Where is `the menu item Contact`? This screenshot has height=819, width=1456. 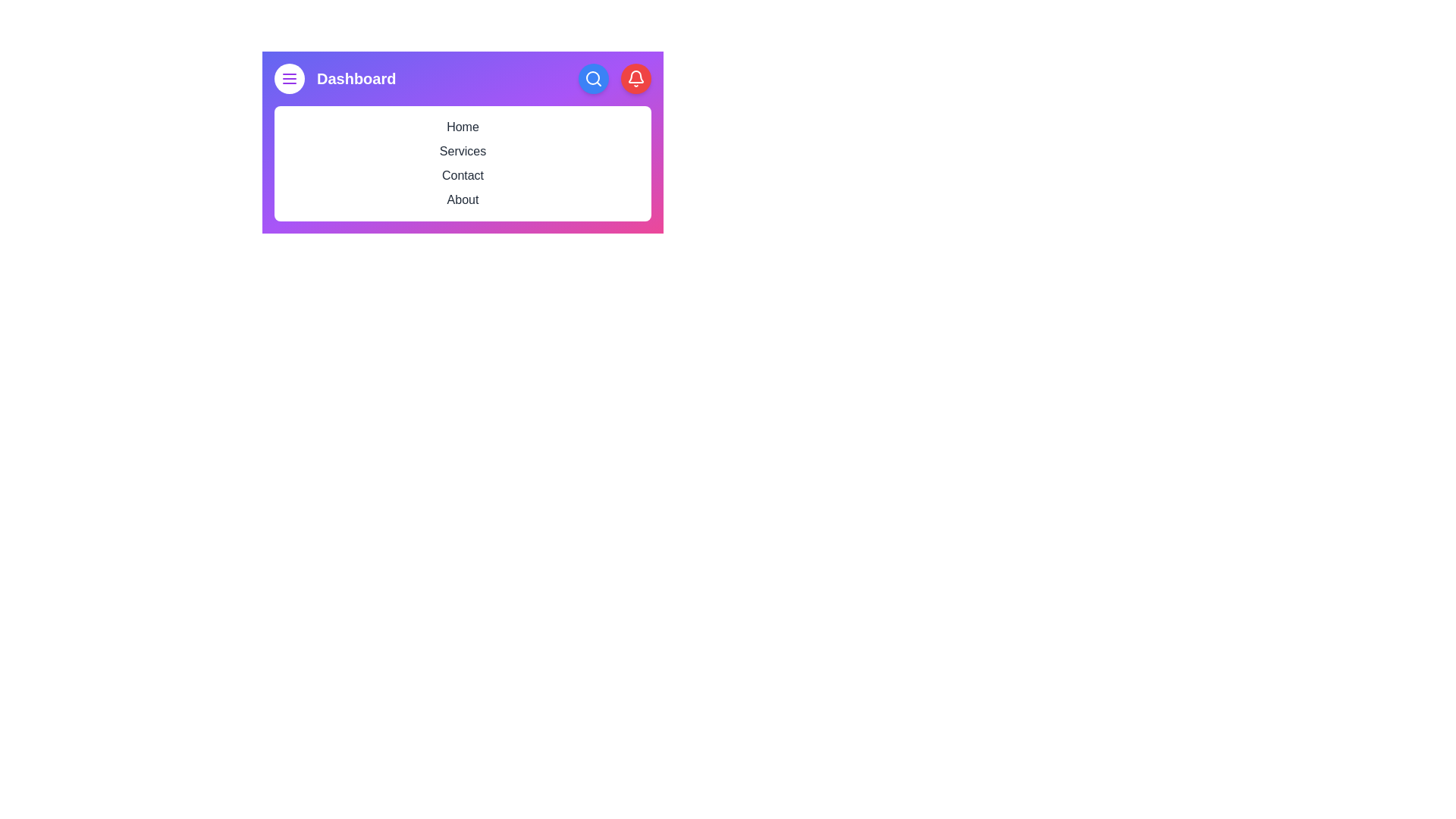
the menu item Contact is located at coordinates (462, 174).